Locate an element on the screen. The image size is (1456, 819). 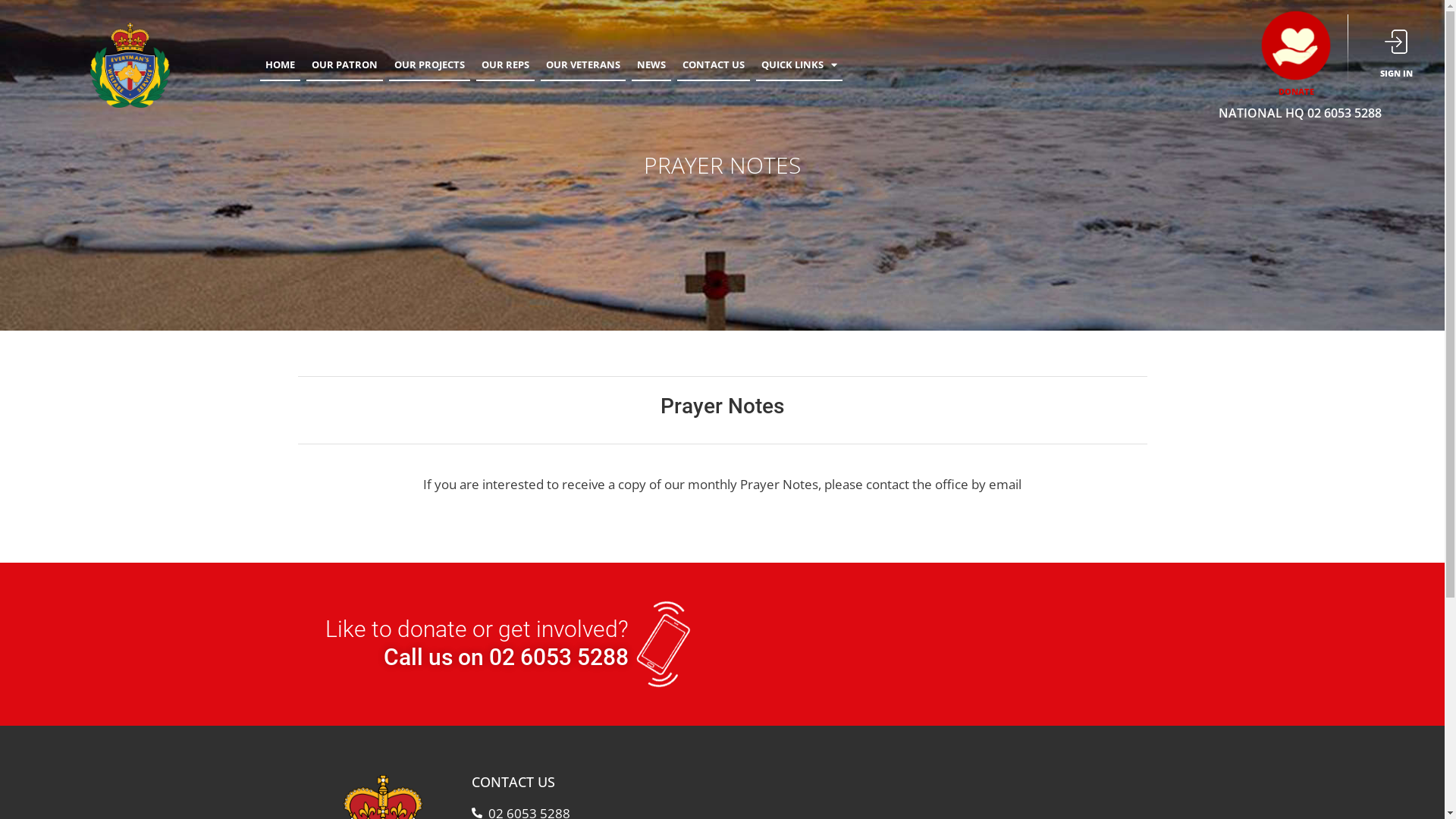
'OUR VETERANS' is located at coordinates (582, 64).